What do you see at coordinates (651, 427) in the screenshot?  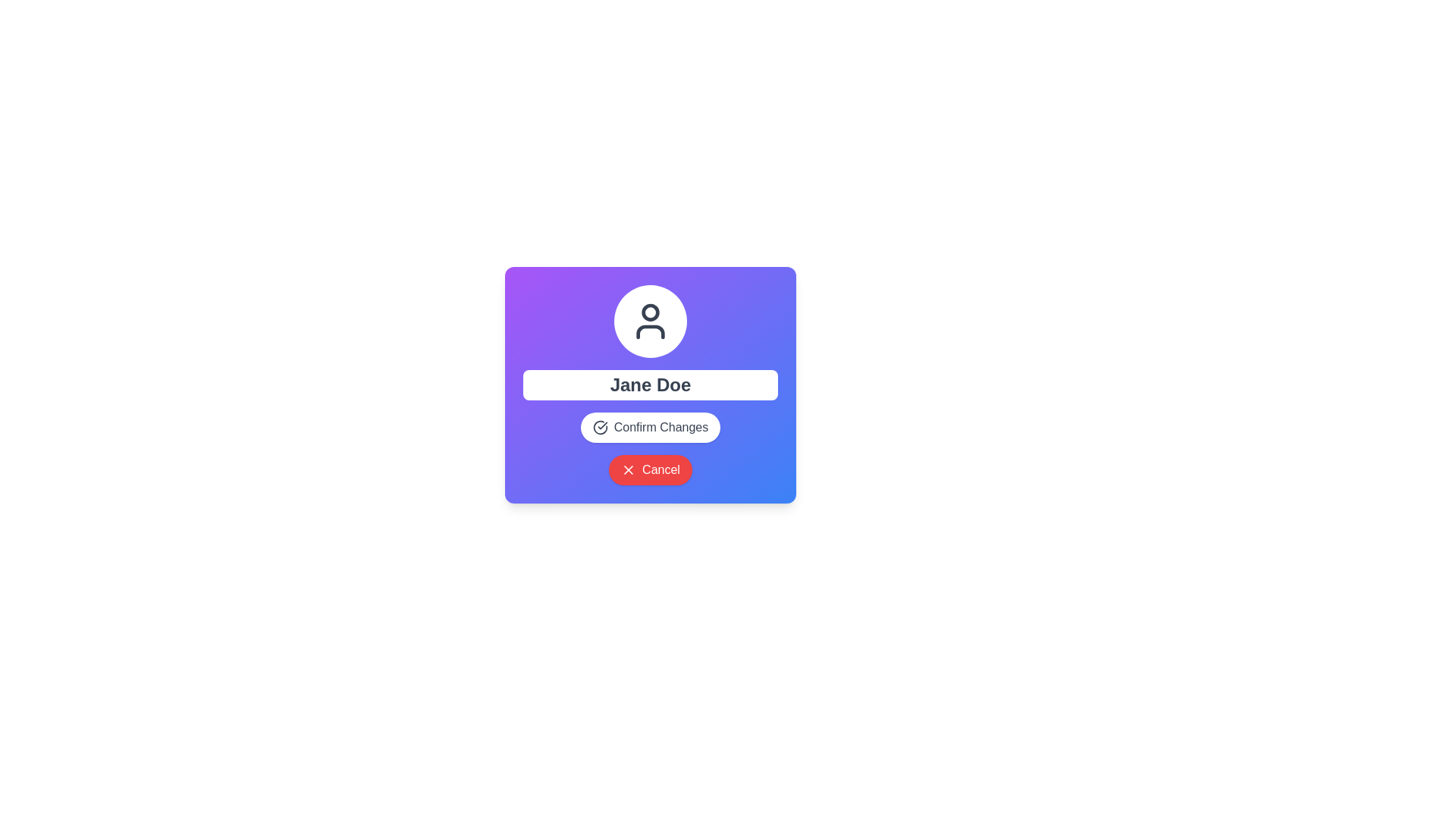 I see `the 'Confirm Changes' button, which is a rounded rectangular button with a white background and gray text, featuring a checkmark icon to its left, positioned directly below 'Jane Doe'` at bounding box center [651, 427].